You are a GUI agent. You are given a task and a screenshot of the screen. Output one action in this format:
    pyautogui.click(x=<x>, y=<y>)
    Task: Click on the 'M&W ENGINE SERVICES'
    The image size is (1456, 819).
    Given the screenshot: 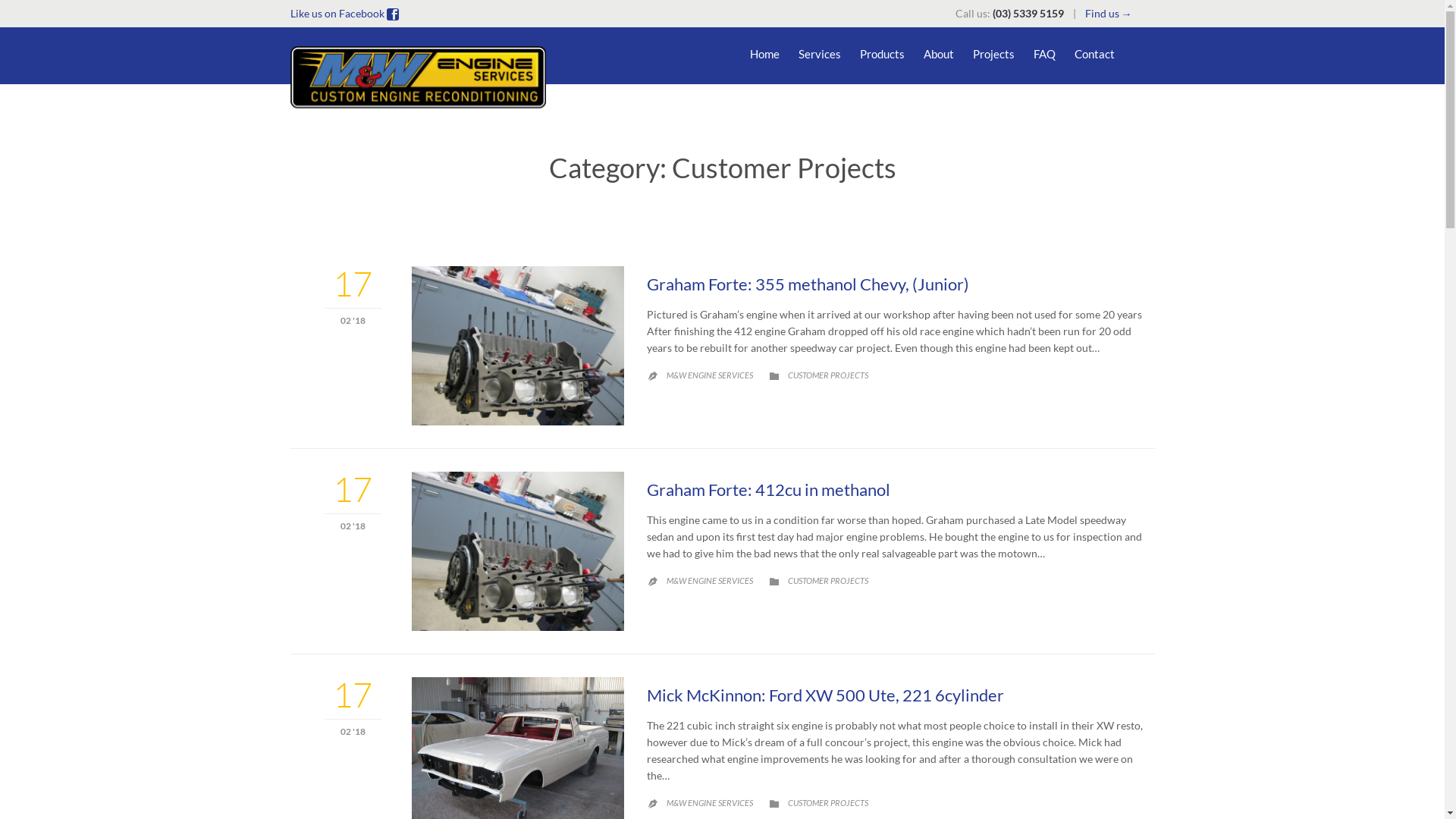 What is the action you would take?
    pyautogui.click(x=708, y=375)
    